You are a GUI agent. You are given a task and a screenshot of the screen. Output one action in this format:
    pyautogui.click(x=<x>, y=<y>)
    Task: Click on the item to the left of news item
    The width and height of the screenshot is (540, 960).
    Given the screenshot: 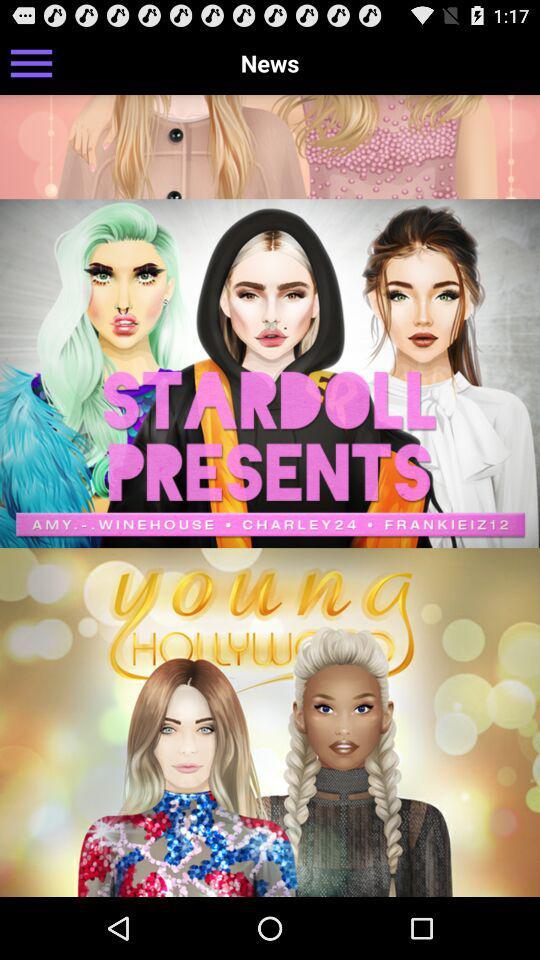 What is the action you would take?
    pyautogui.click(x=30, y=62)
    